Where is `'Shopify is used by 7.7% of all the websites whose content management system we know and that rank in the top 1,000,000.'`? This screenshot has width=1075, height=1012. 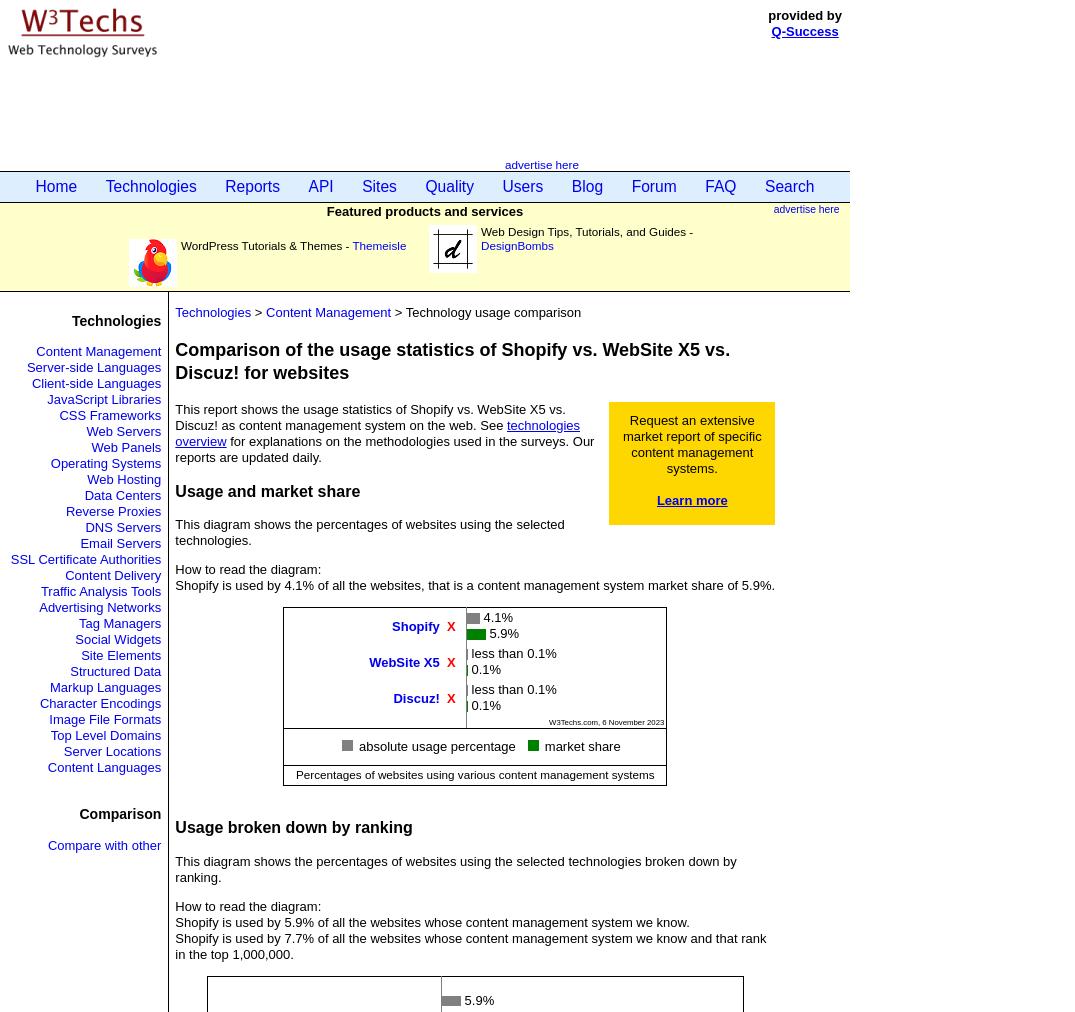 'Shopify is used by 7.7% of all the websites whose content management system we know and that rank in the top 1,000,000.' is located at coordinates (470, 945).